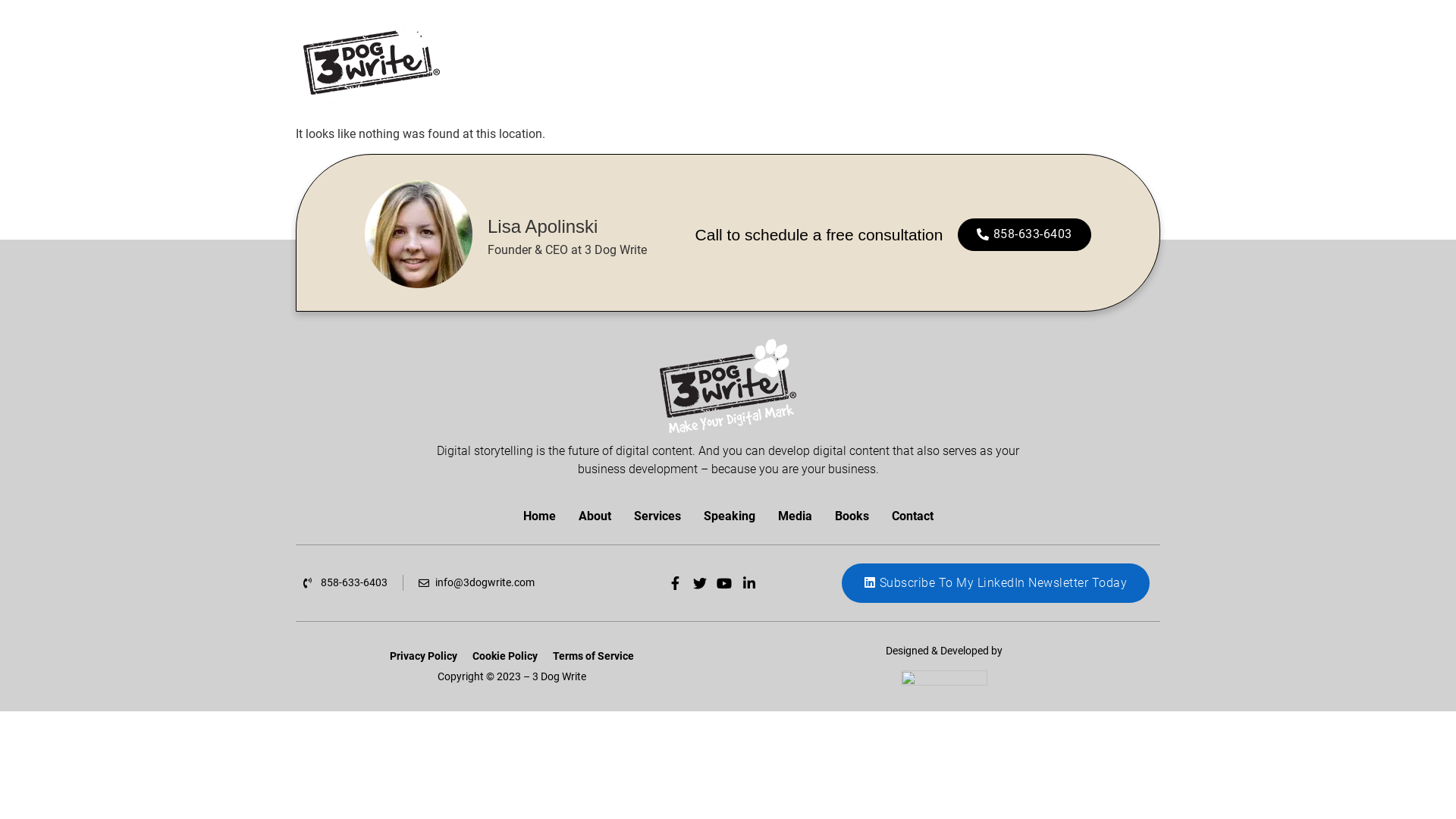 Image resolution: width=1456 pixels, height=819 pixels. What do you see at coordinates (656, 516) in the screenshot?
I see `'Services'` at bounding box center [656, 516].